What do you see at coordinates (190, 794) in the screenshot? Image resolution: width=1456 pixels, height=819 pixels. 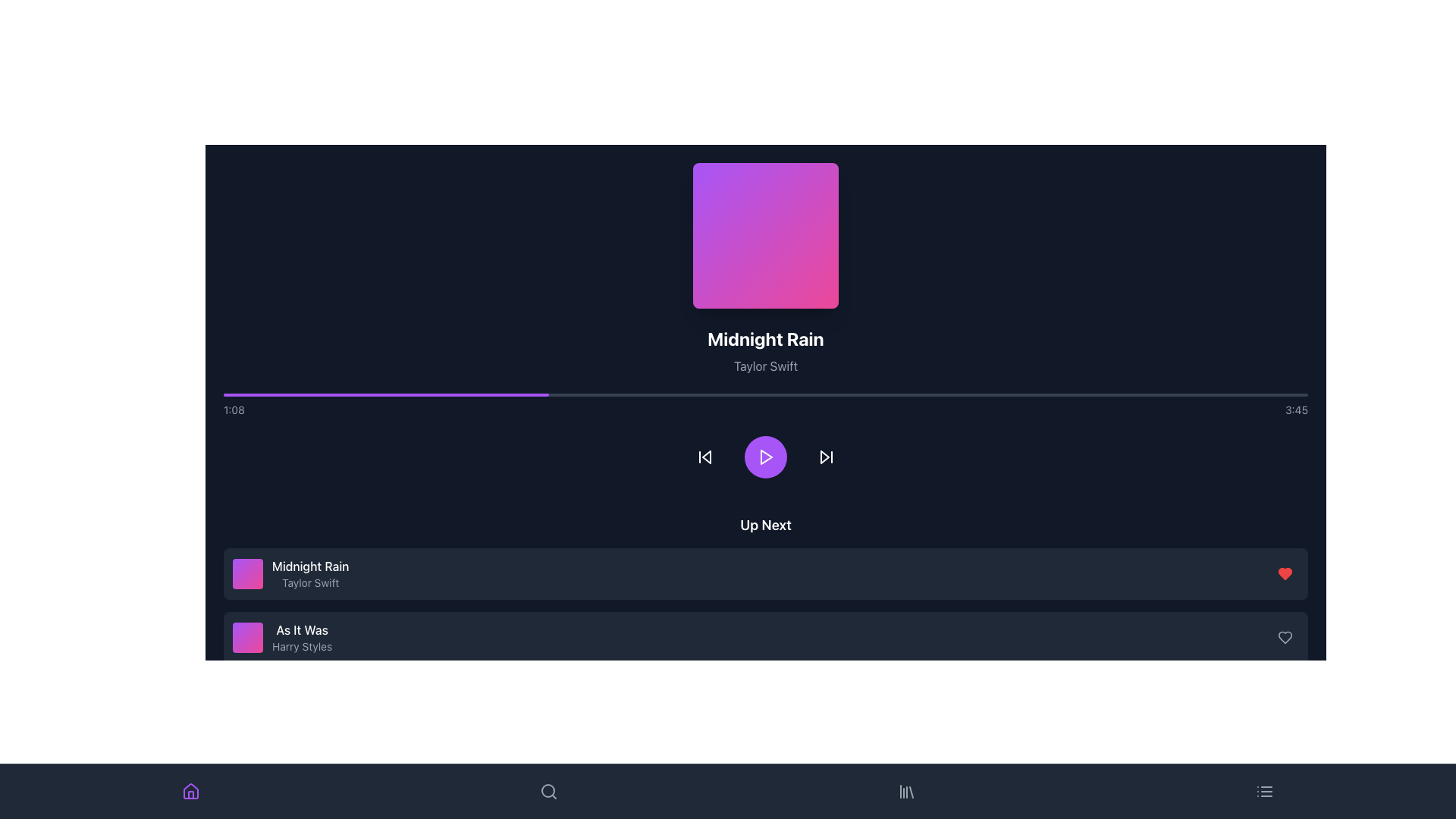 I see `the navigational icon located in the bottom navigation bar, which is the first icon from the left` at bounding box center [190, 794].